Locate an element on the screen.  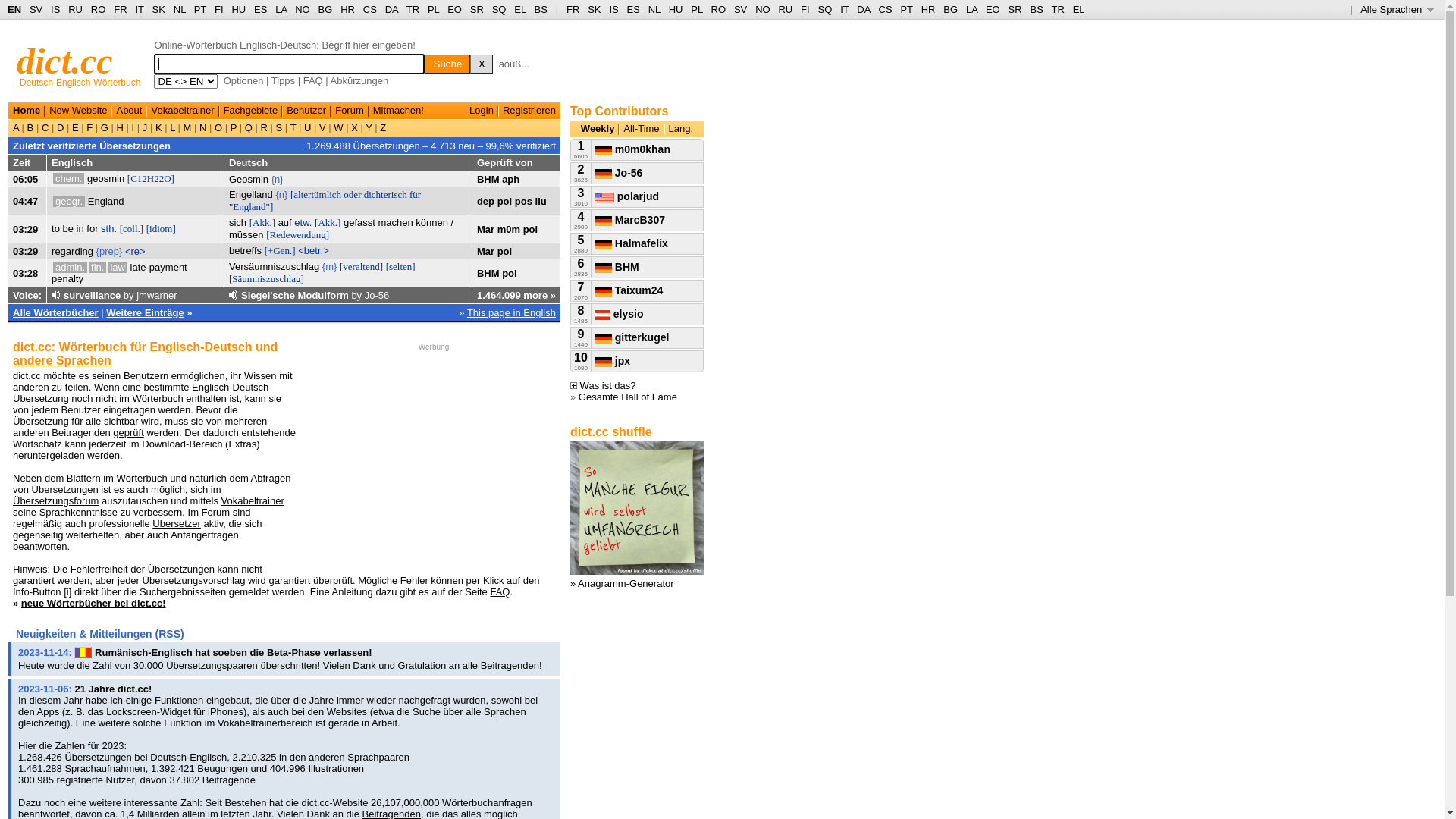
'law' is located at coordinates (116, 266).